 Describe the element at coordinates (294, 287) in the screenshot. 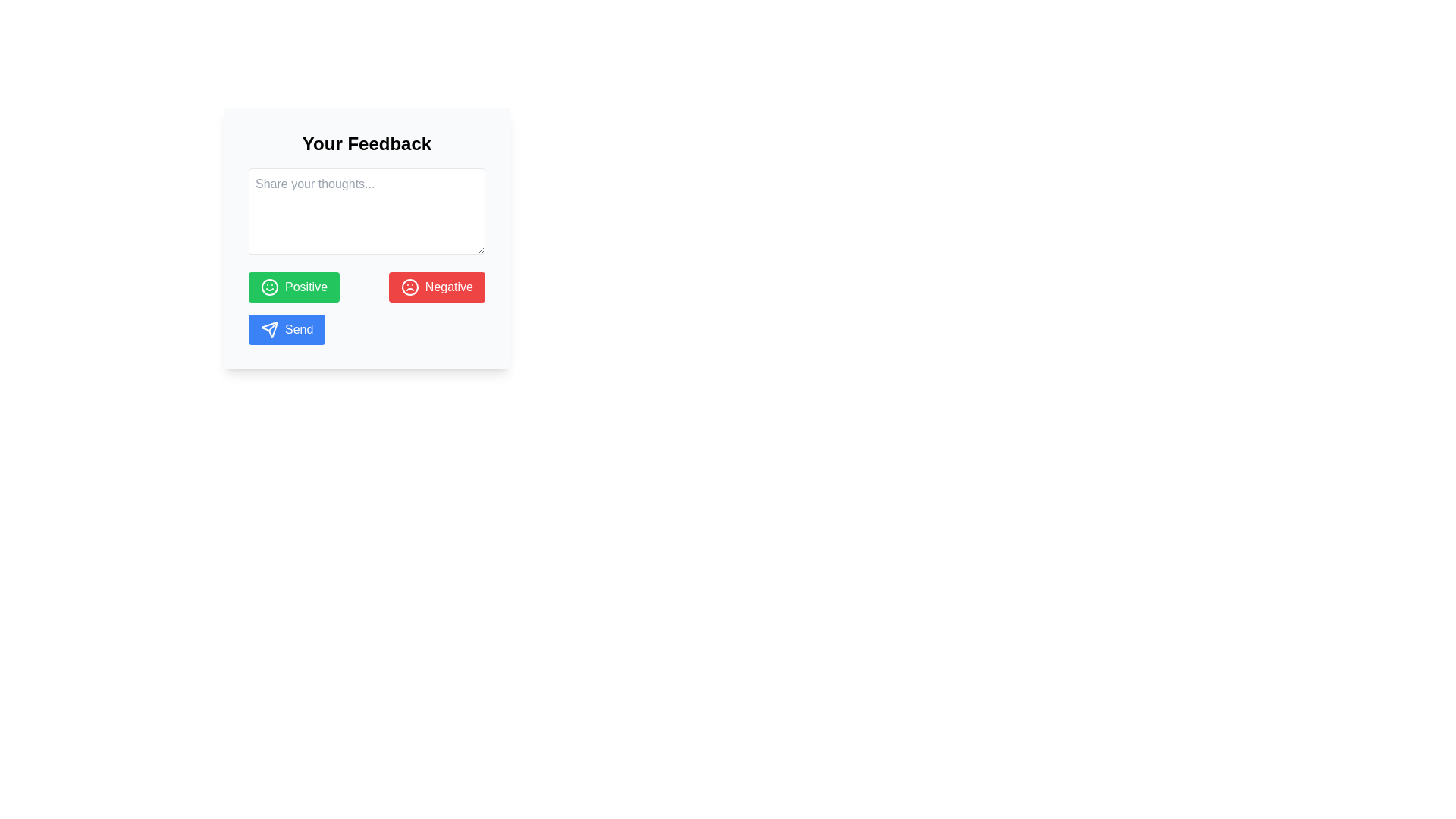

I see `the green button labeled 'Positive' with a smiley face icon to provide positive feedback` at that location.